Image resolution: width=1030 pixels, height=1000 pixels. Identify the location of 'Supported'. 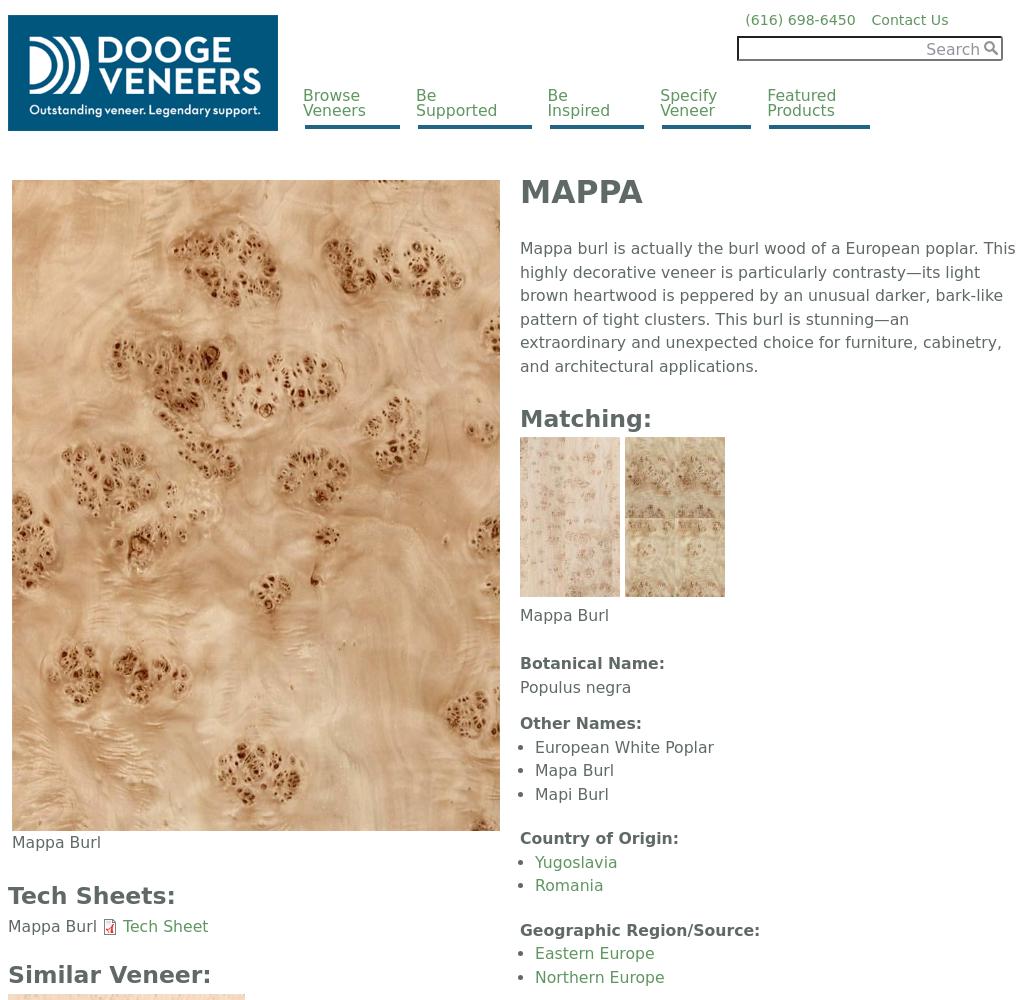
(454, 109).